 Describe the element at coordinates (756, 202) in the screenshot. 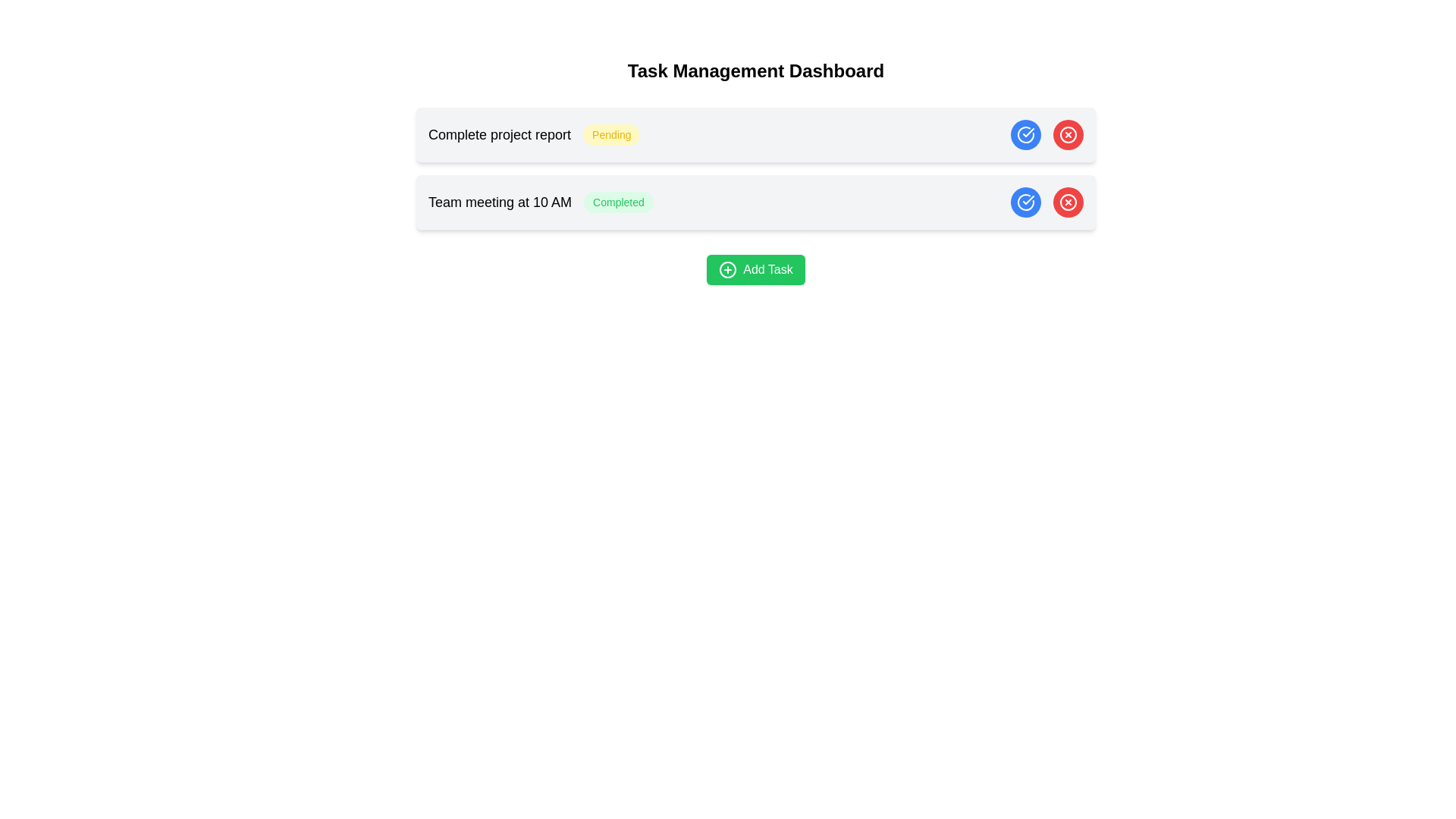

I see `the Task card labeled 'Team meeting at 10 AM' which is the second card in a vertical list` at that location.